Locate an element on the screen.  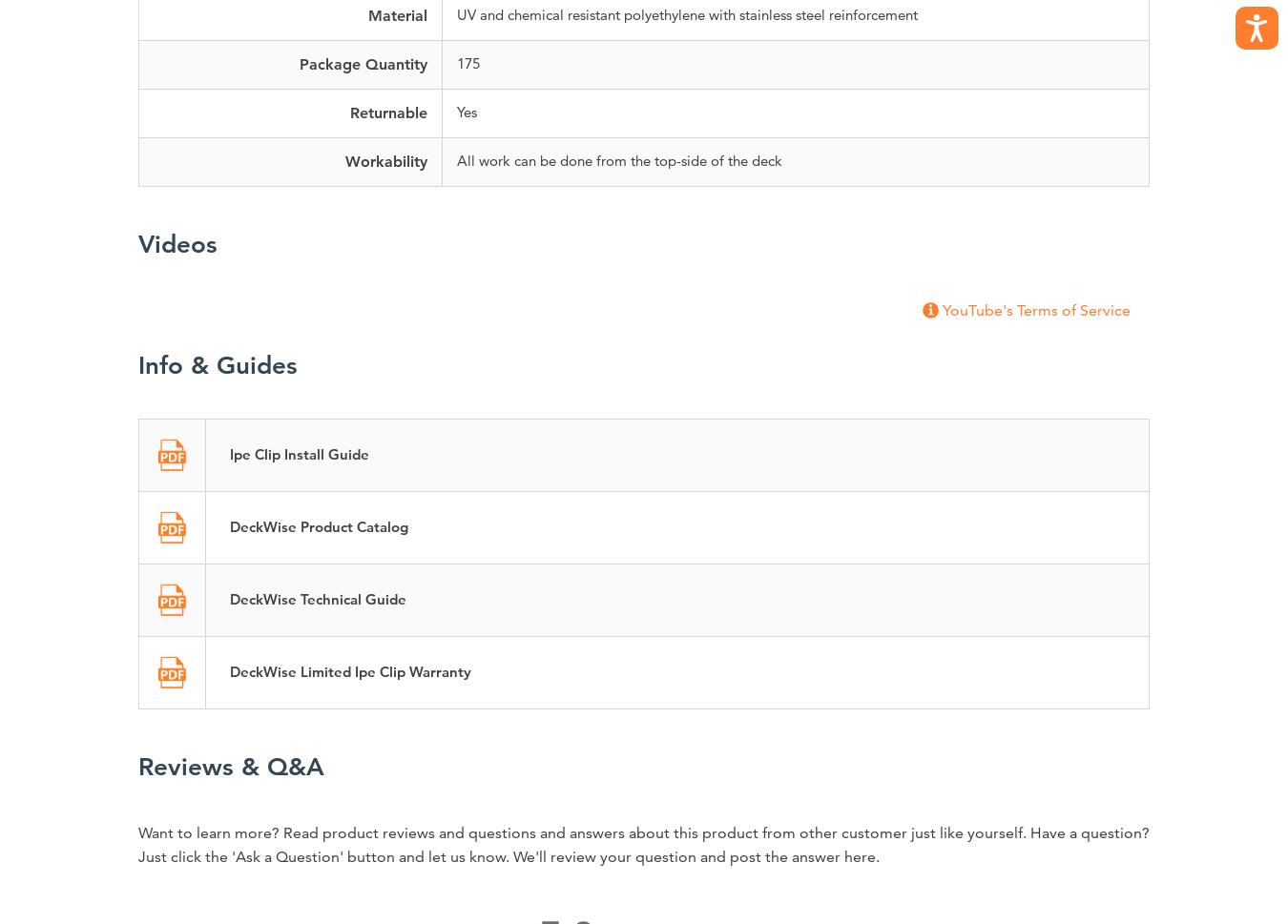
'Reviews & Q&A' is located at coordinates (230, 767).